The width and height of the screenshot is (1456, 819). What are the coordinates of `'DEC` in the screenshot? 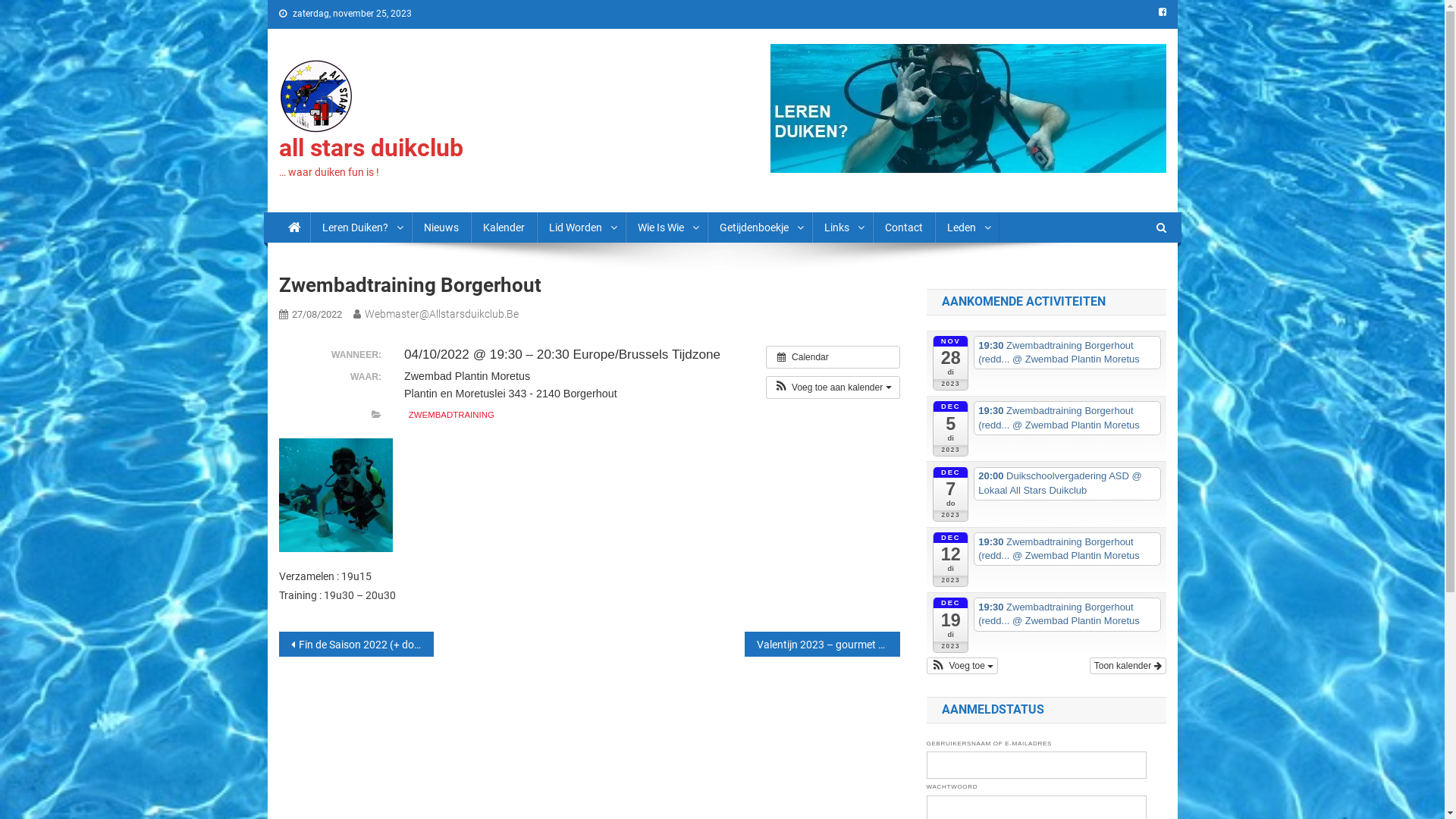 It's located at (949, 494).